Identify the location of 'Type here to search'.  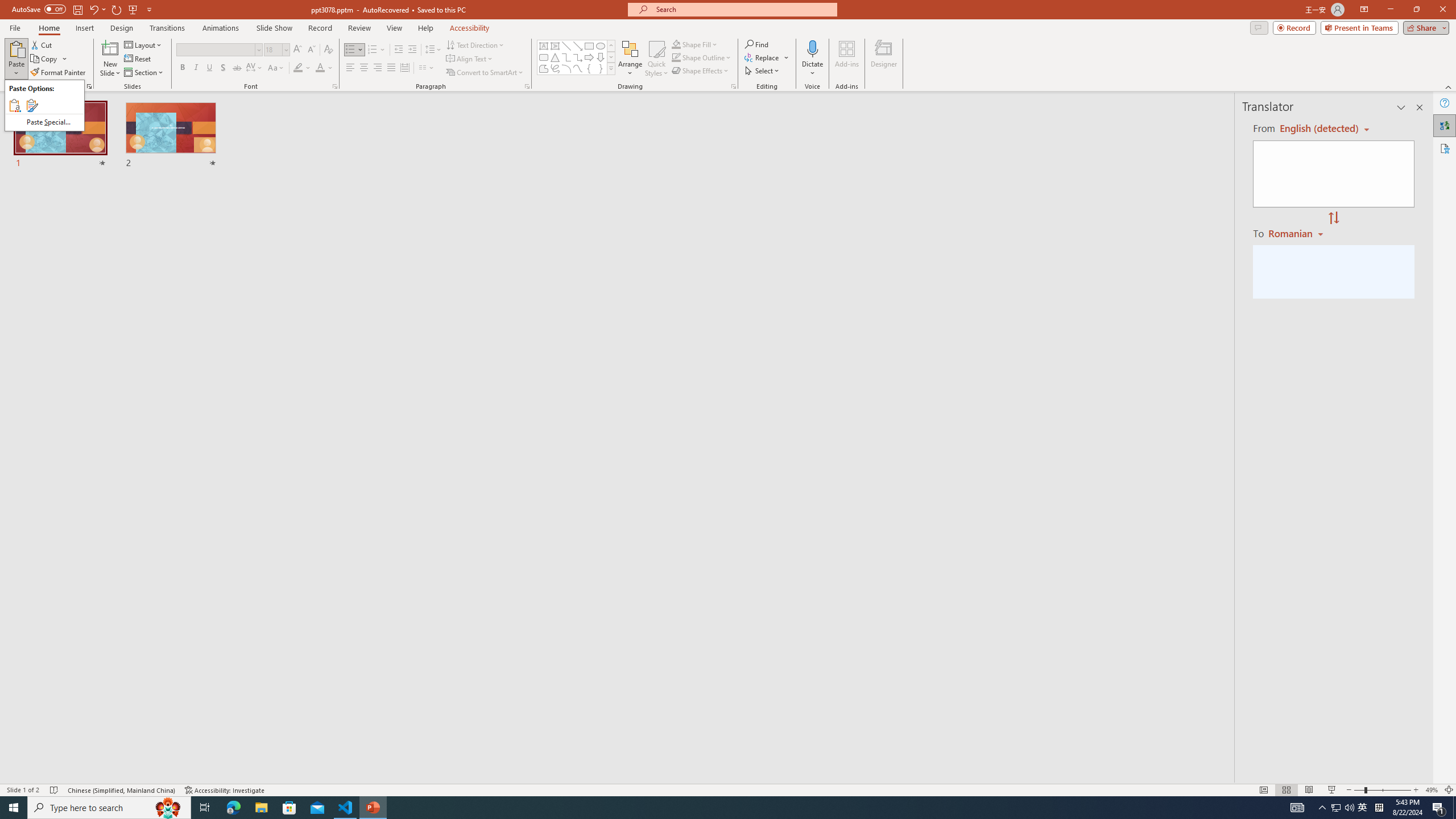
(109, 806).